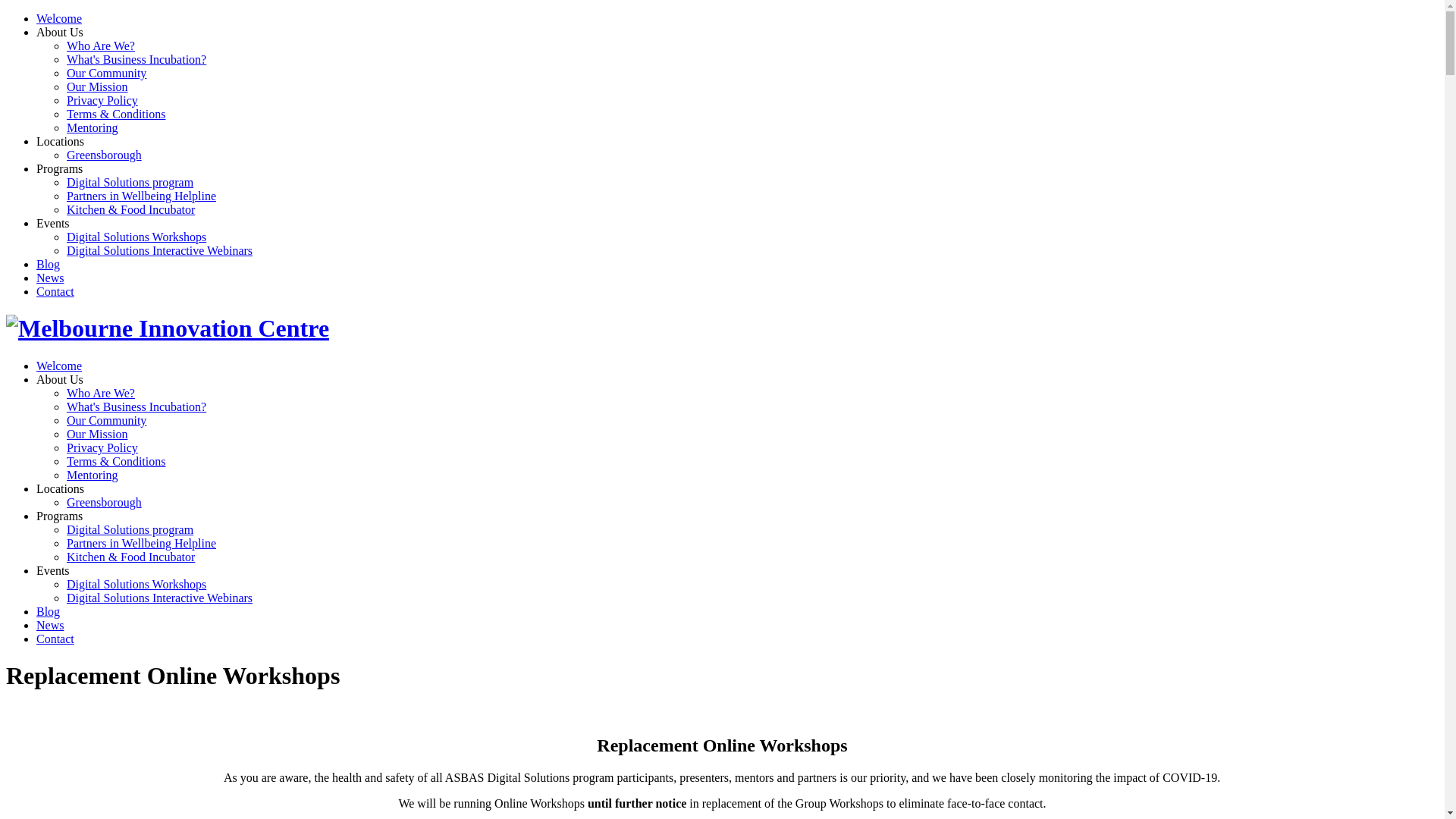 This screenshot has height=819, width=1456. Describe the element at coordinates (130, 529) in the screenshot. I see `'Digital Solutions program'` at that location.